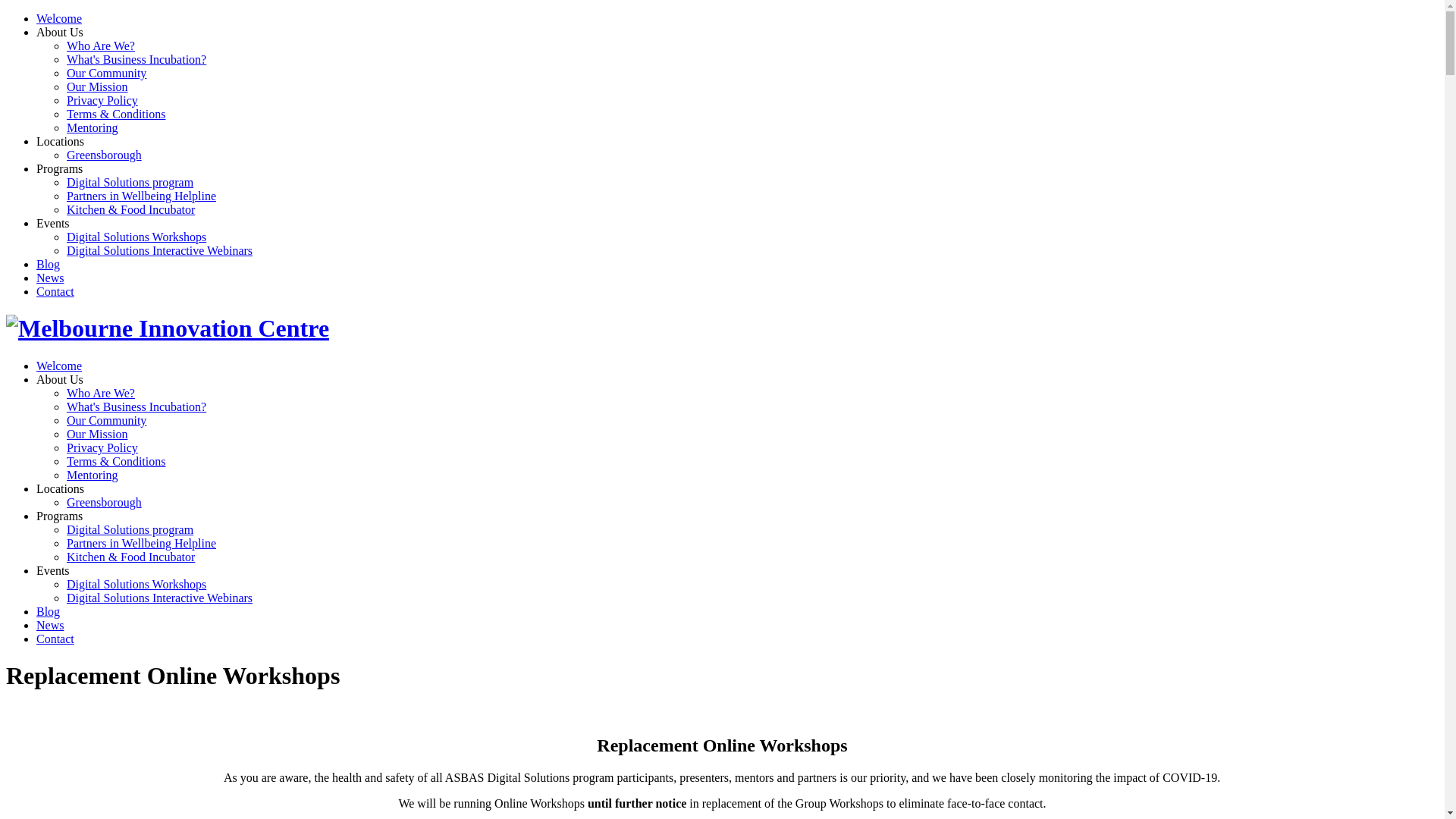 This screenshot has height=819, width=1456. Describe the element at coordinates (130, 529) in the screenshot. I see `'Digital Solutions program'` at that location.